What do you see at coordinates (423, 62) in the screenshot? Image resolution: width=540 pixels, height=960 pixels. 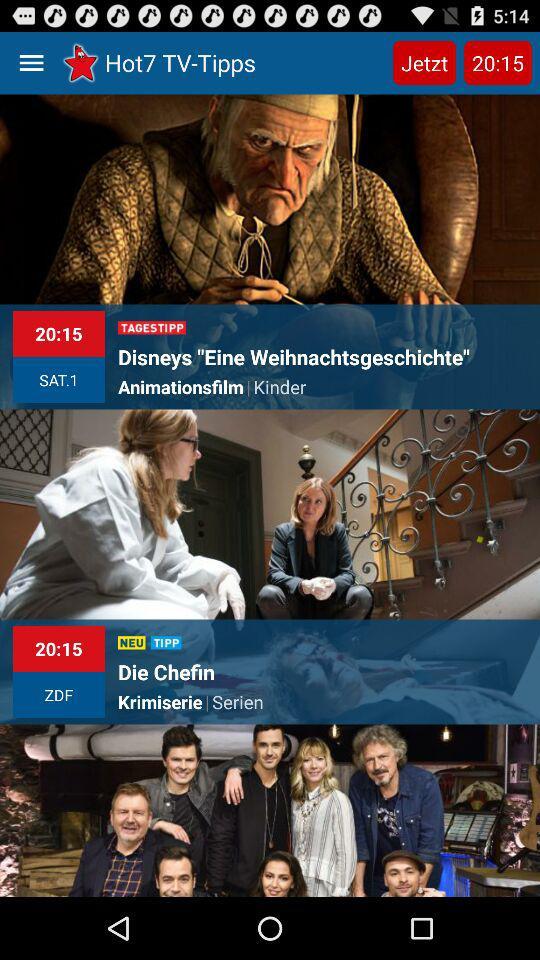 I see `the jetzt item` at bounding box center [423, 62].